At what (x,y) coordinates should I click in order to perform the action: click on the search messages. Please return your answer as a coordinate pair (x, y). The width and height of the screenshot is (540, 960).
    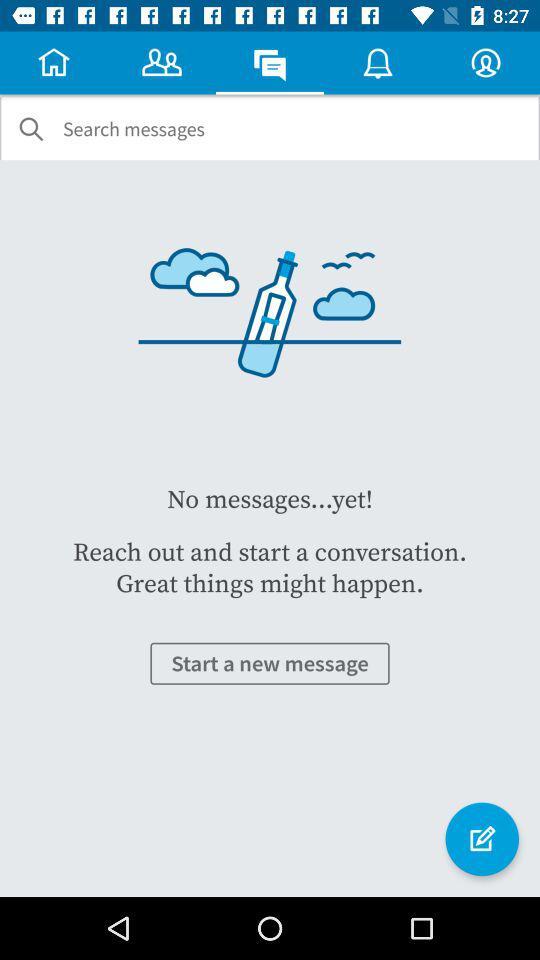
    Looking at the image, I should click on (133, 128).